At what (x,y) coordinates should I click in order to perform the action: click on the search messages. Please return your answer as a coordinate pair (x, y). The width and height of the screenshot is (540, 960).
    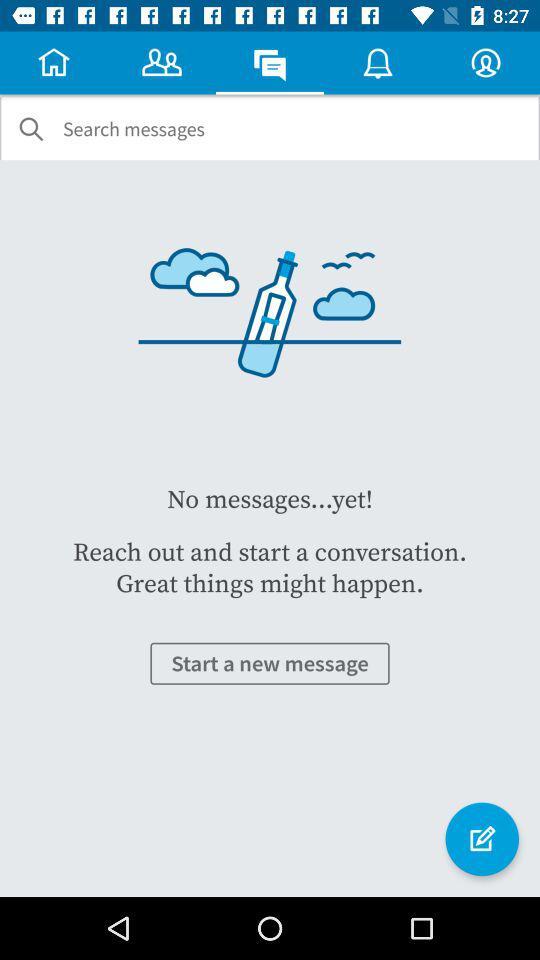
    Looking at the image, I should click on (133, 128).